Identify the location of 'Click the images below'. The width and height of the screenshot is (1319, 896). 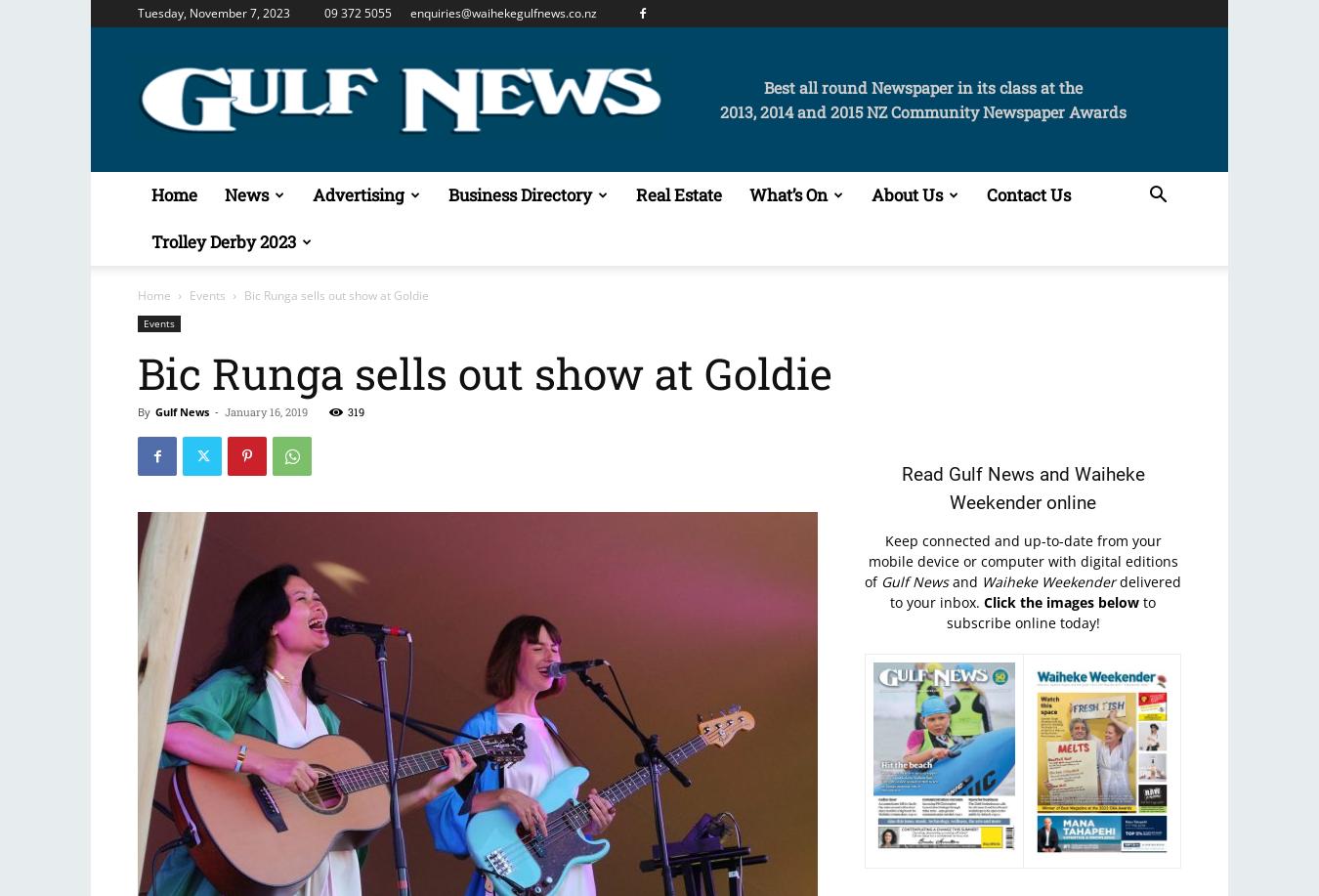
(1061, 601).